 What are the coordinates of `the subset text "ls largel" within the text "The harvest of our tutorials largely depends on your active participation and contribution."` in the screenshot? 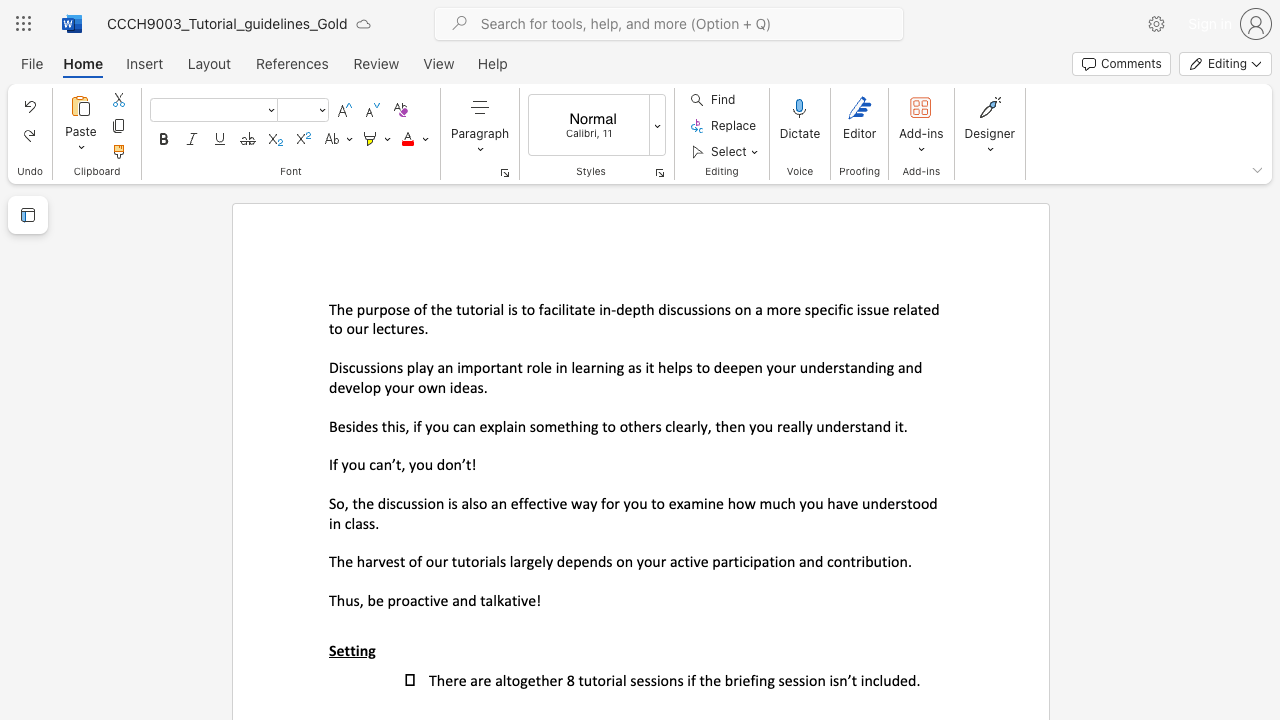 It's located at (496, 561).